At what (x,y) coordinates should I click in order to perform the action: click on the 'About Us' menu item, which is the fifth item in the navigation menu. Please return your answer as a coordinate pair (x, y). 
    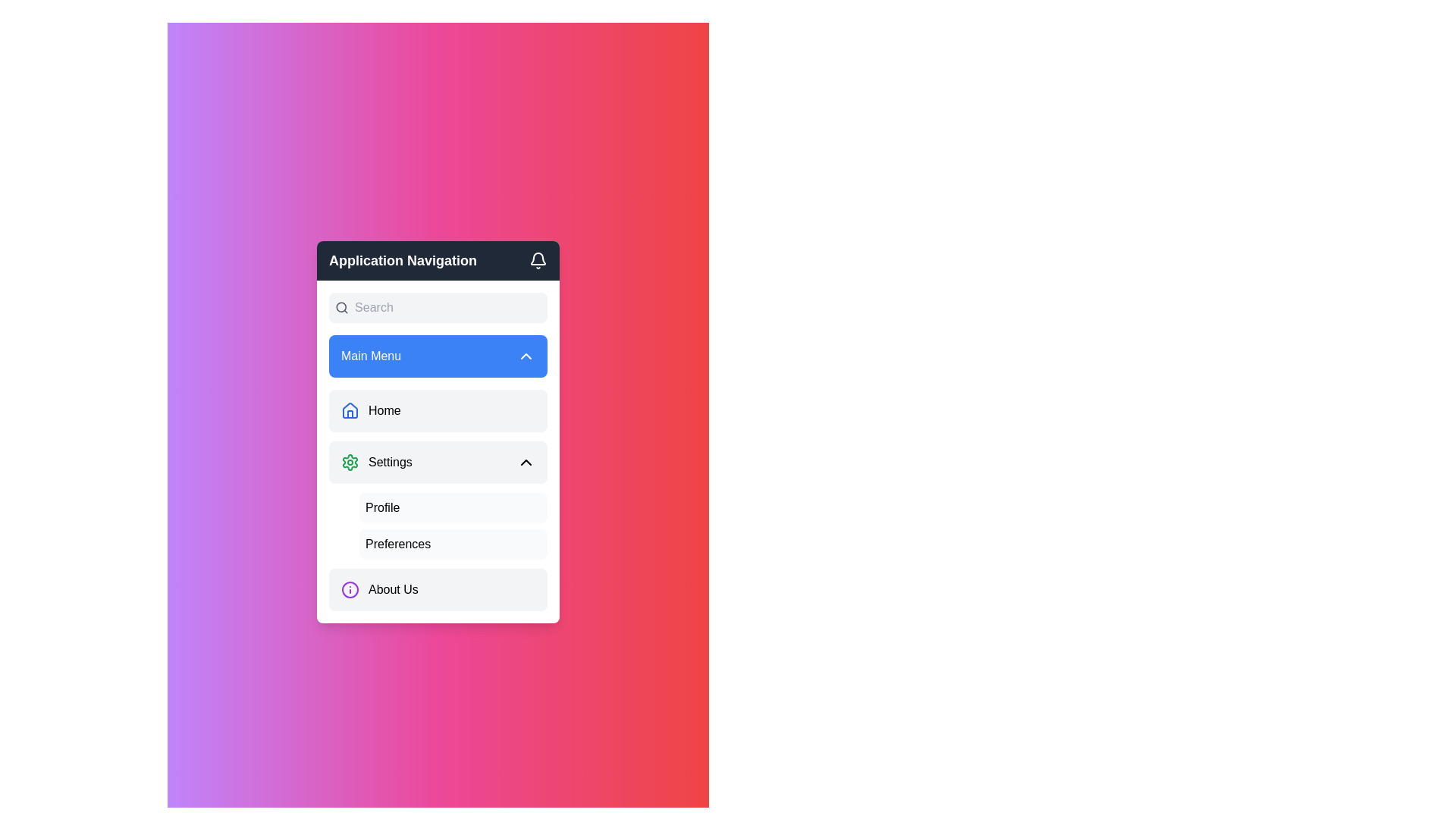
    Looking at the image, I should click on (437, 589).